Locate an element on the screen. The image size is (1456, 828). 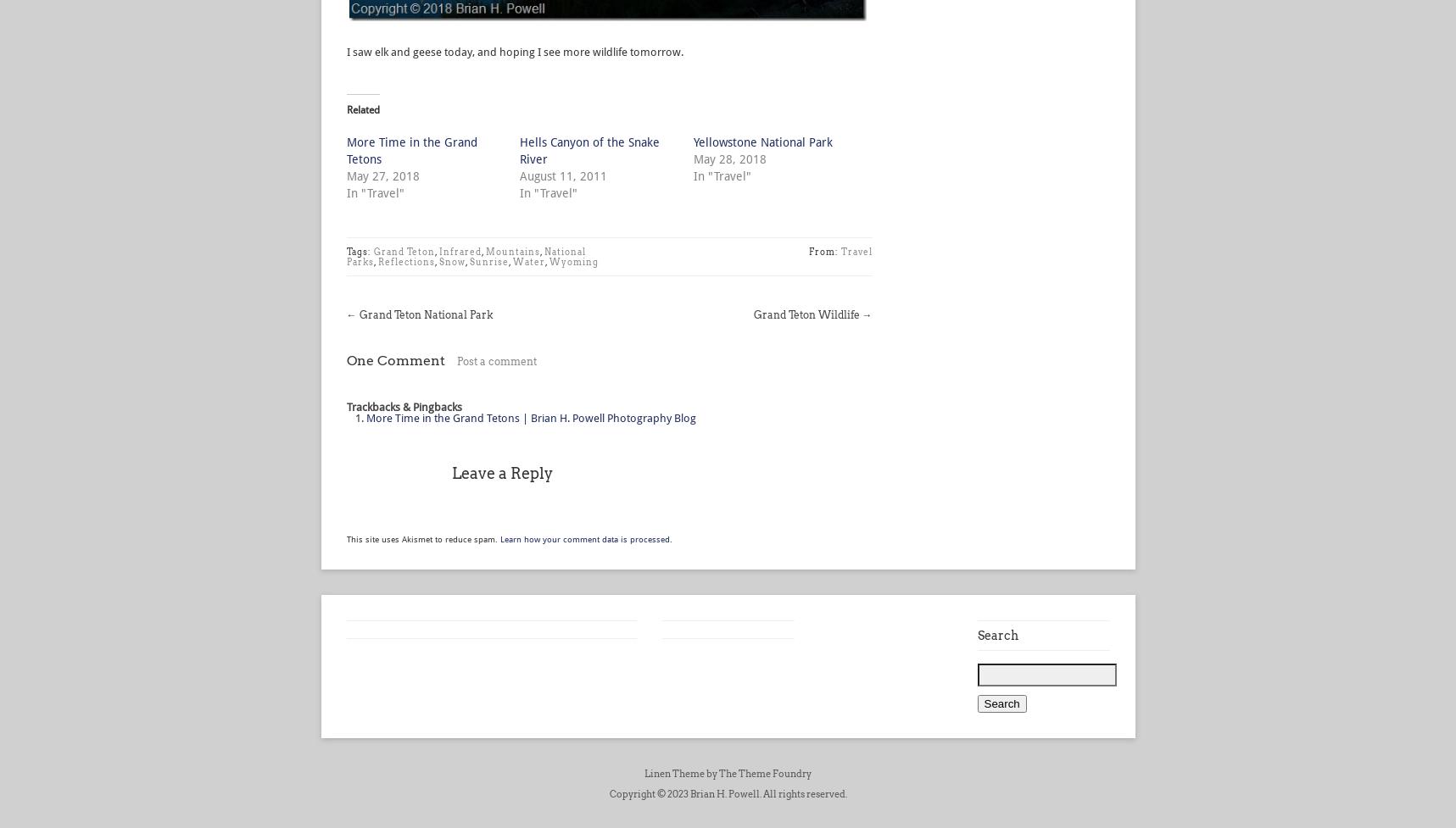
'From:' is located at coordinates (823, 251).